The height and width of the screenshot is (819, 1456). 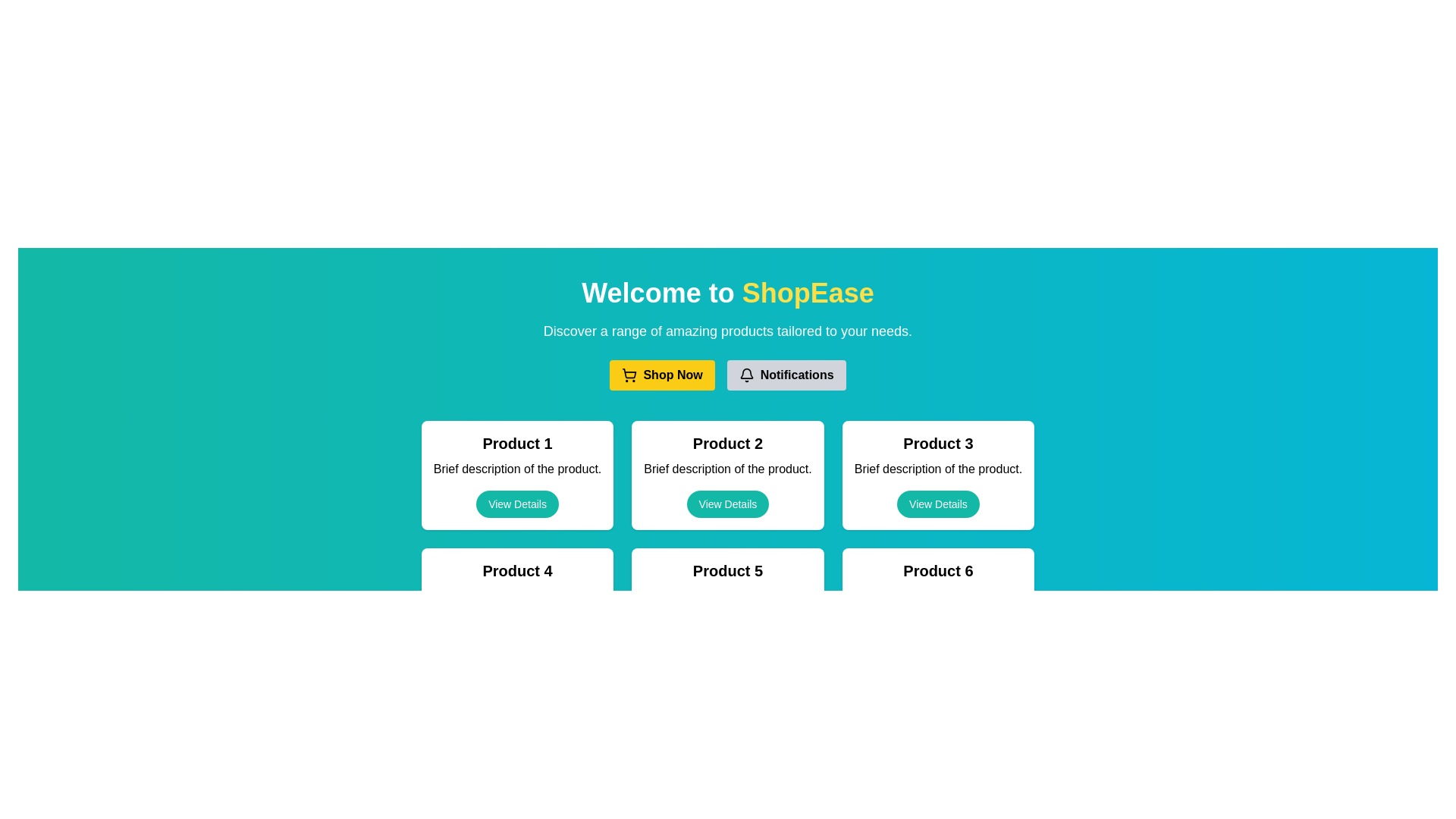 What do you see at coordinates (517, 601) in the screenshot?
I see `the teal-colored 'View Details' button located at the bottom of the white rectangular card labeled 'Product 4'` at bounding box center [517, 601].